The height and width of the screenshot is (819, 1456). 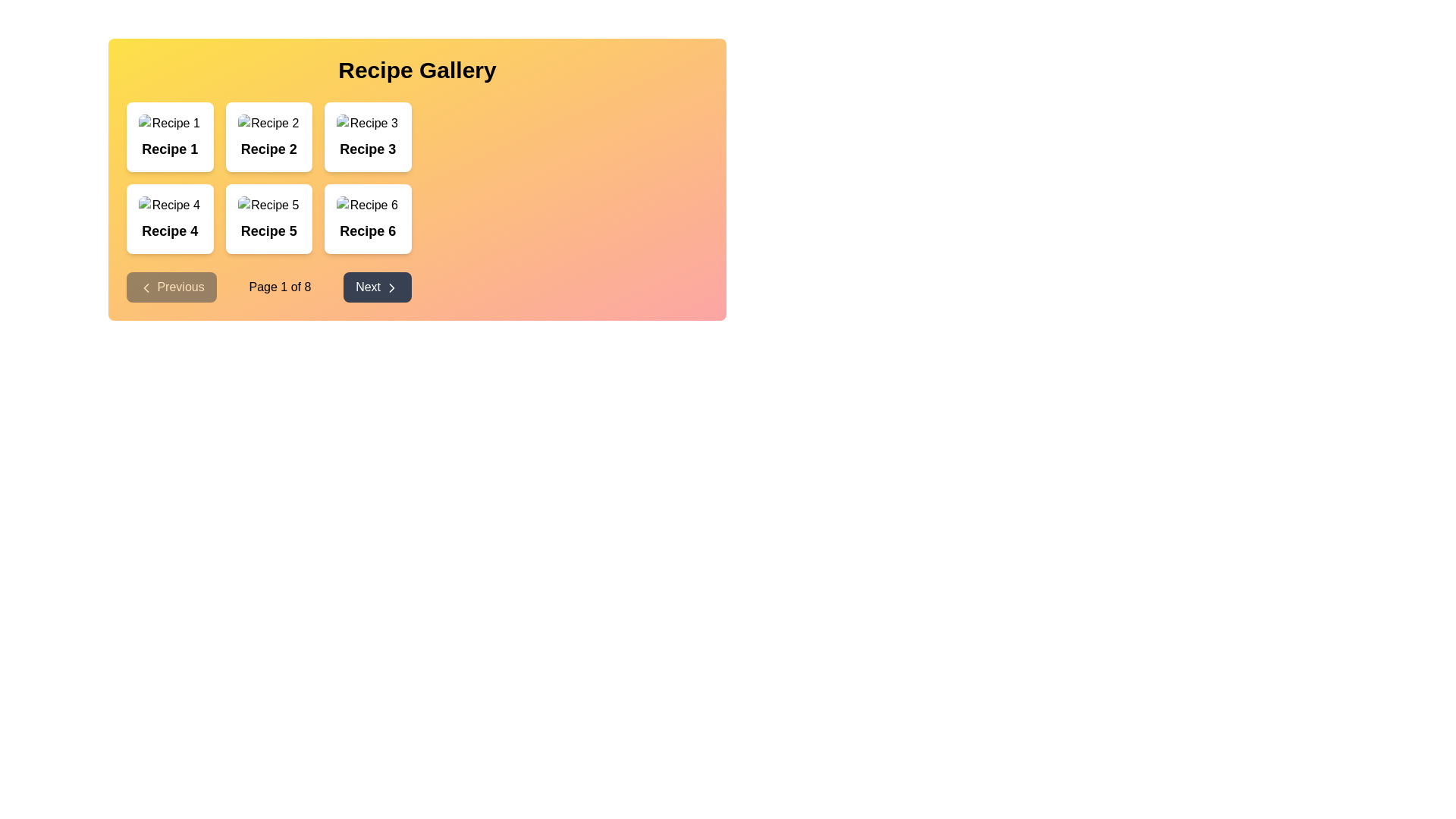 What do you see at coordinates (170, 205) in the screenshot?
I see `the placeholder image for 'Recipe 4' located in the first column of the second row of the recipe gallery` at bounding box center [170, 205].